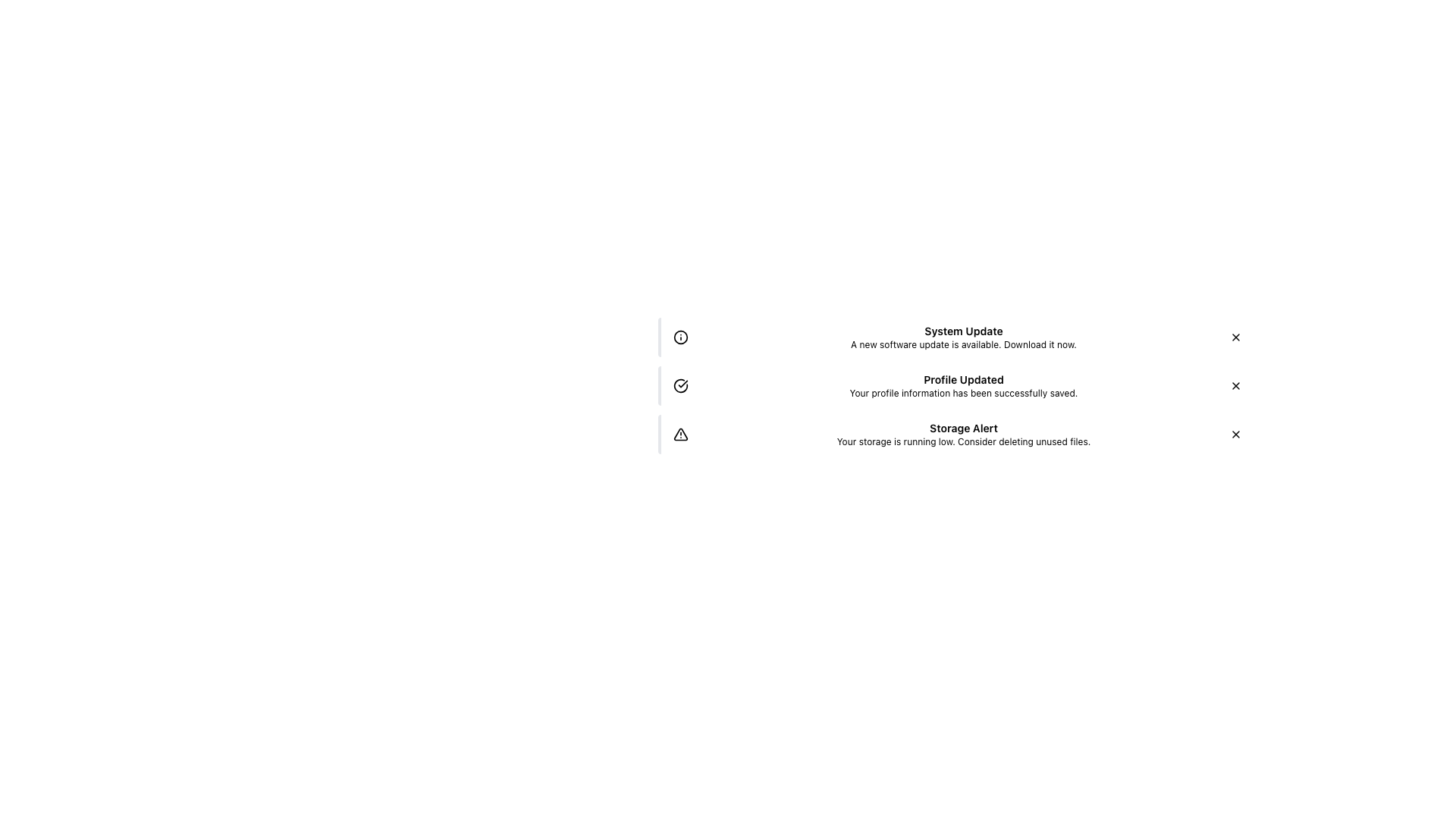 The height and width of the screenshot is (819, 1456). I want to click on the success icon in the second notification card, which indicates a successful action related to the notification, positioned above the text 'Profile Updated', so click(679, 385).